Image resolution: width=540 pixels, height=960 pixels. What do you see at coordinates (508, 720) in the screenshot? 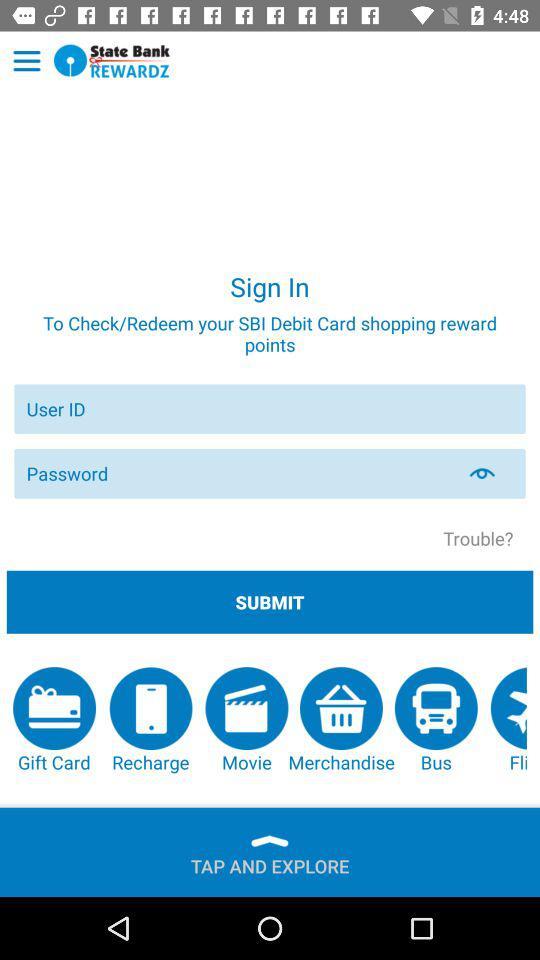
I see `item below submit item` at bounding box center [508, 720].